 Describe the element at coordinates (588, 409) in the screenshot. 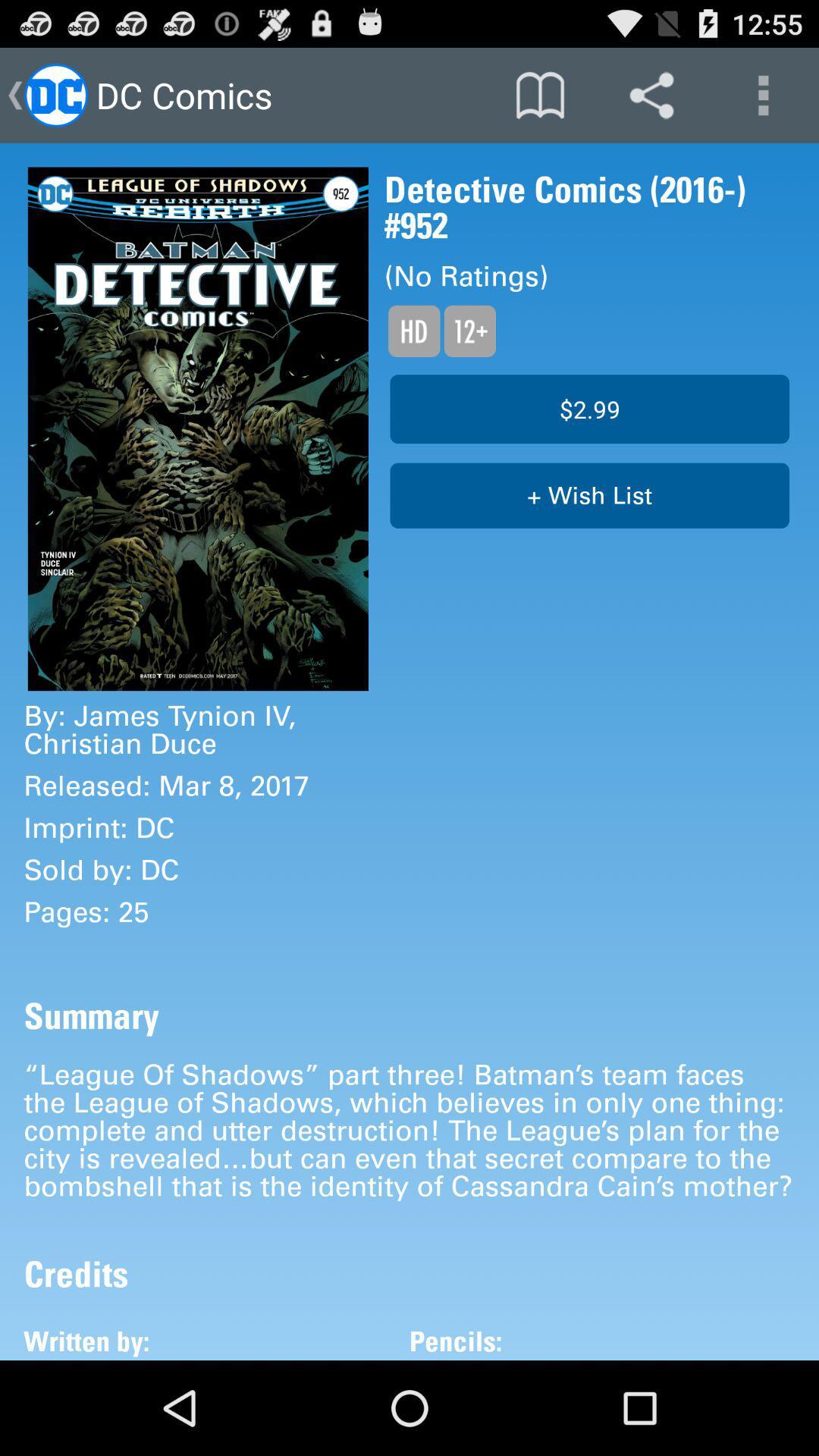

I see `the $2.99` at that location.